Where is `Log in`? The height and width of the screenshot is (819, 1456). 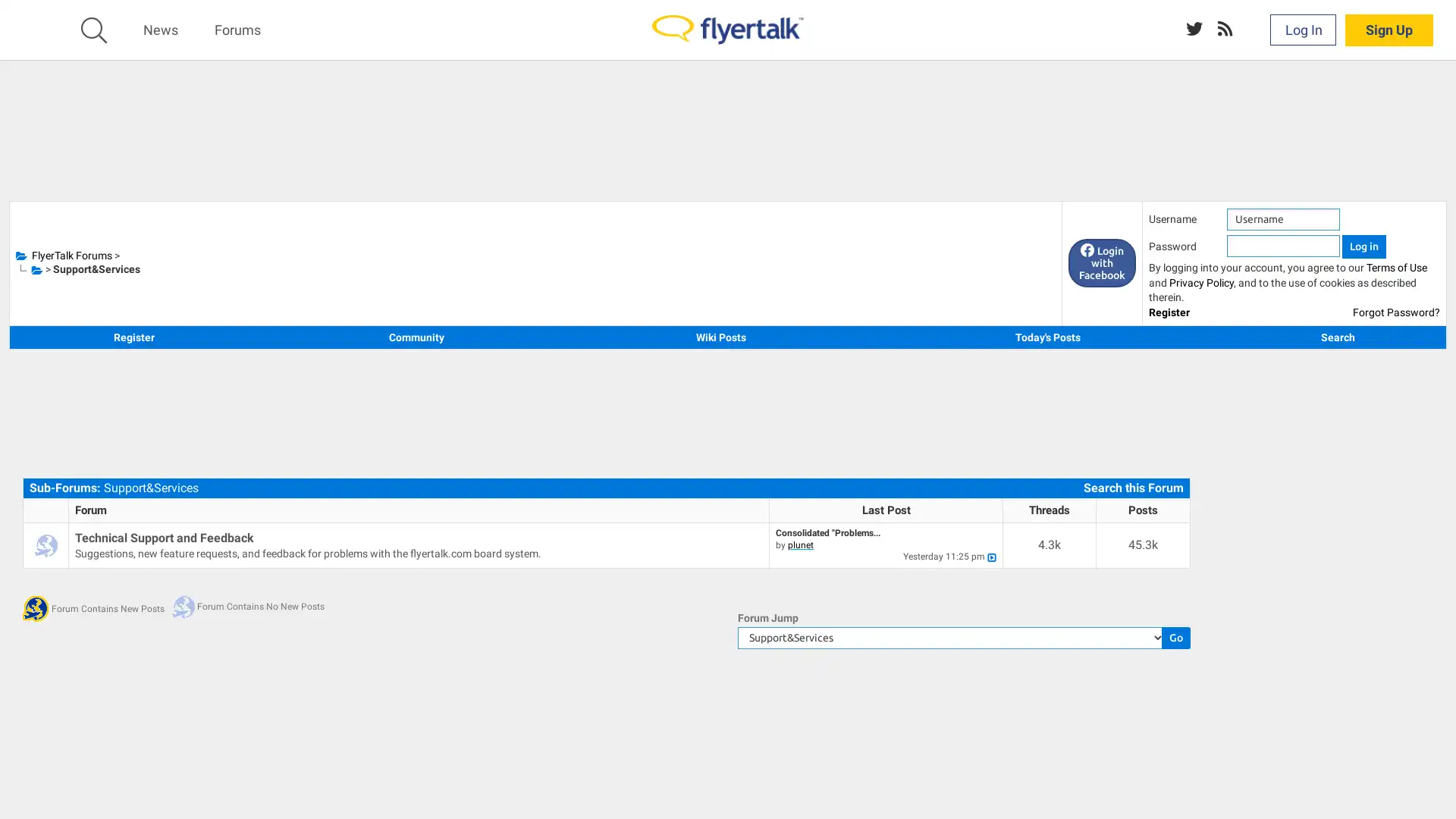
Log in is located at coordinates (1363, 245).